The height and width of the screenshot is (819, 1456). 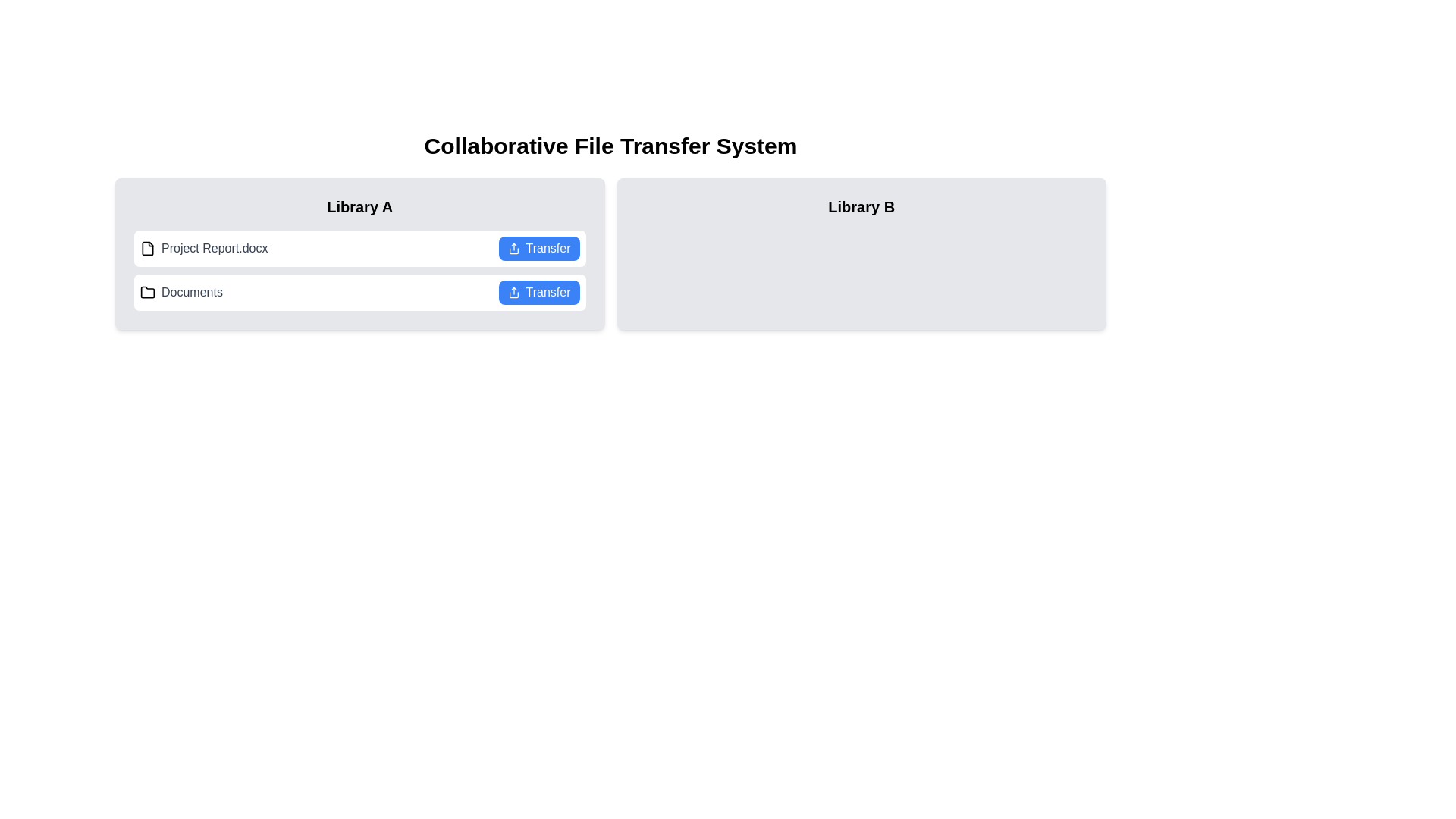 I want to click on the second 'Transfer' button located at the far right of the second row within the 'Documents Transfer' group to initiate a transfer operation, so click(x=538, y=292).